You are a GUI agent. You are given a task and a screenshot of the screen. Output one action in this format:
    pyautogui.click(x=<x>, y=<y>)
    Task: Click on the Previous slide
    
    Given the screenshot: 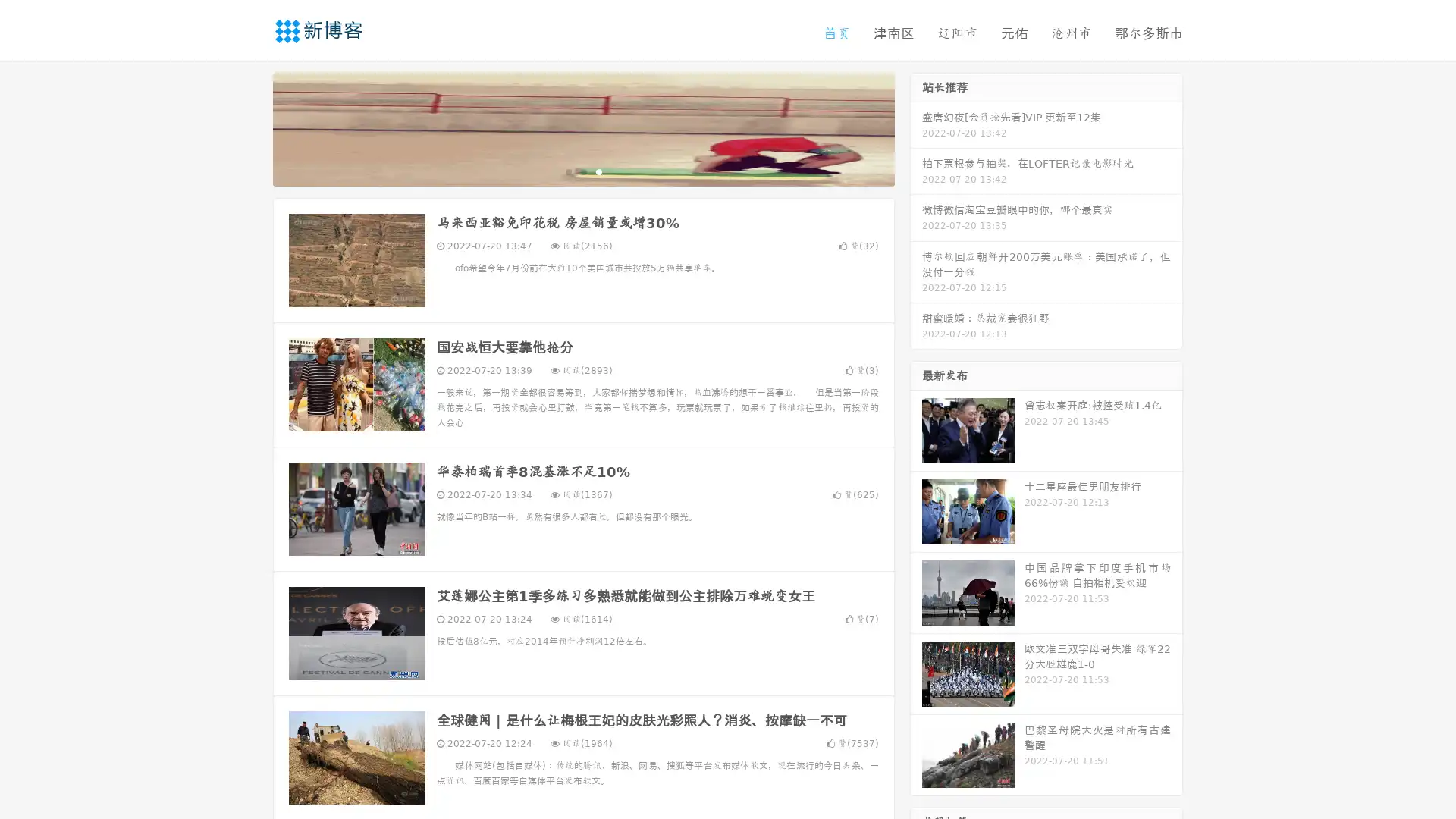 What is the action you would take?
    pyautogui.click(x=250, y=127)
    